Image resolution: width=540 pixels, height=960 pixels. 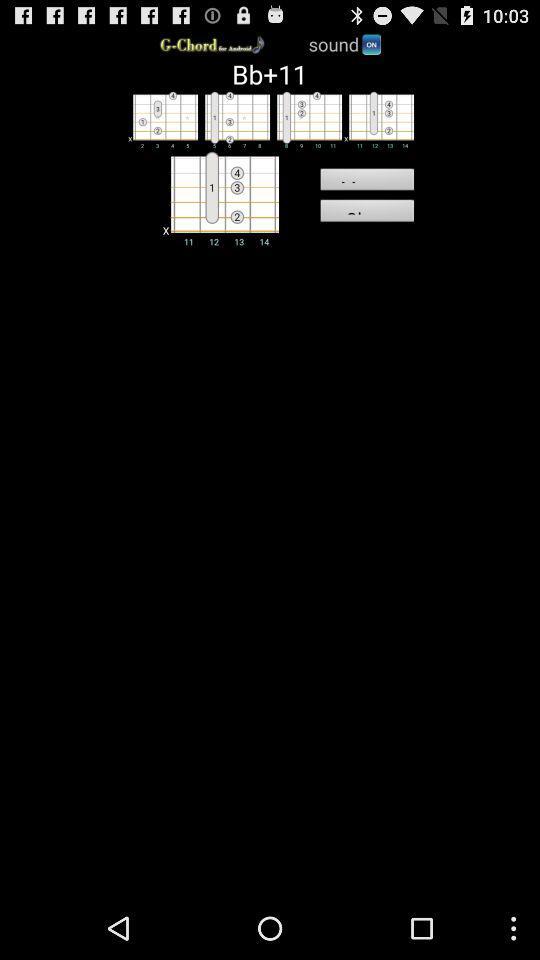 I want to click on the memo icon, so click(x=366, y=182).